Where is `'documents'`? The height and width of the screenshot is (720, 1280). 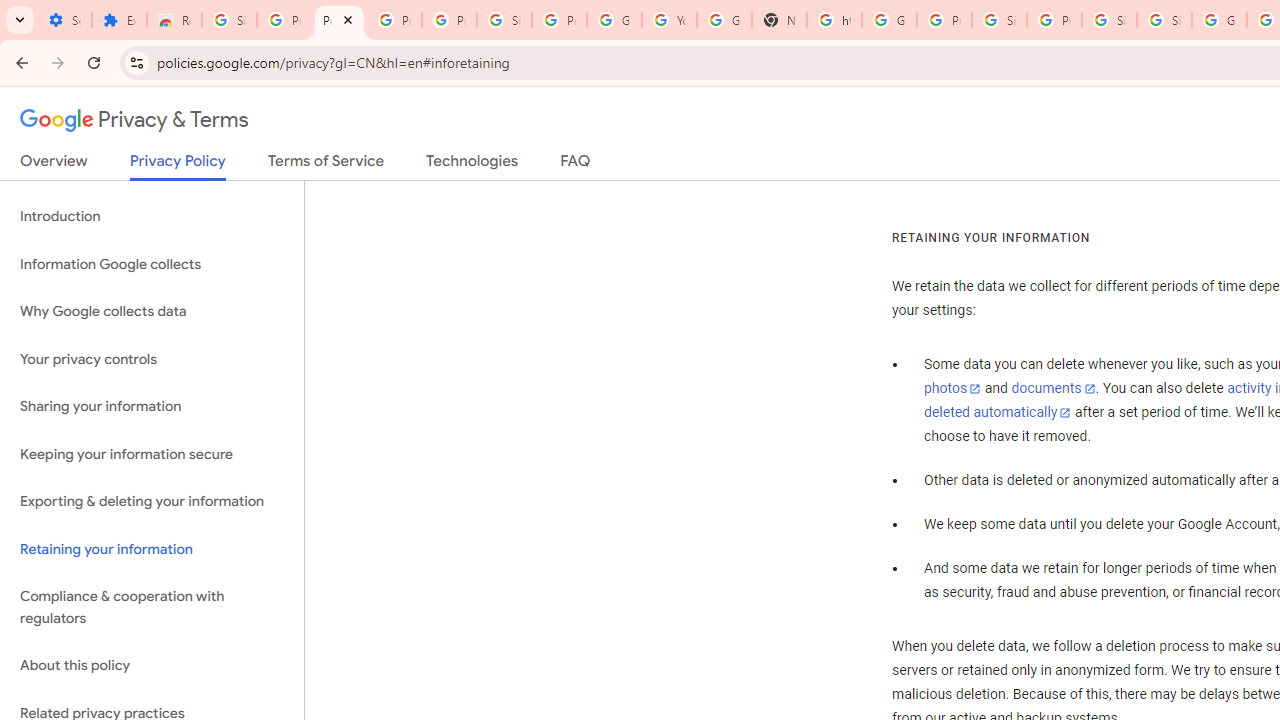 'documents' is located at coordinates (1052, 389).